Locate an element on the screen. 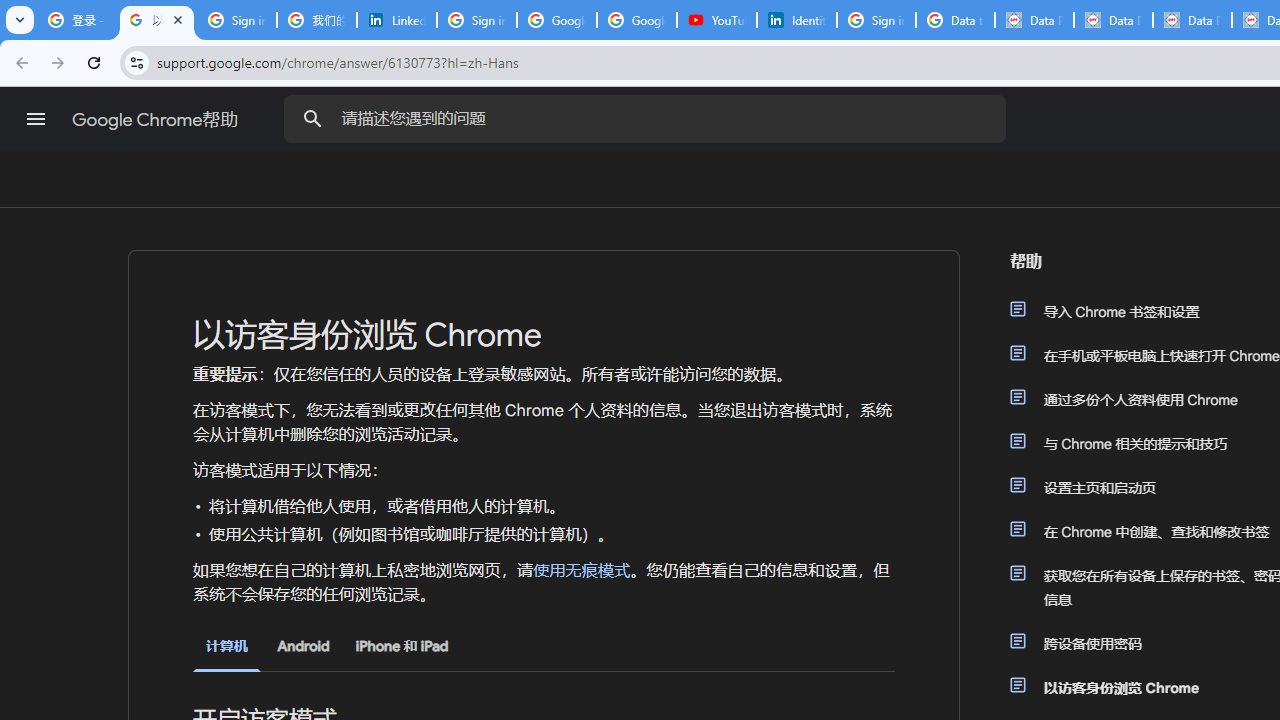  'Sign in - Google Accounts' is located at coordinates (876, 20).